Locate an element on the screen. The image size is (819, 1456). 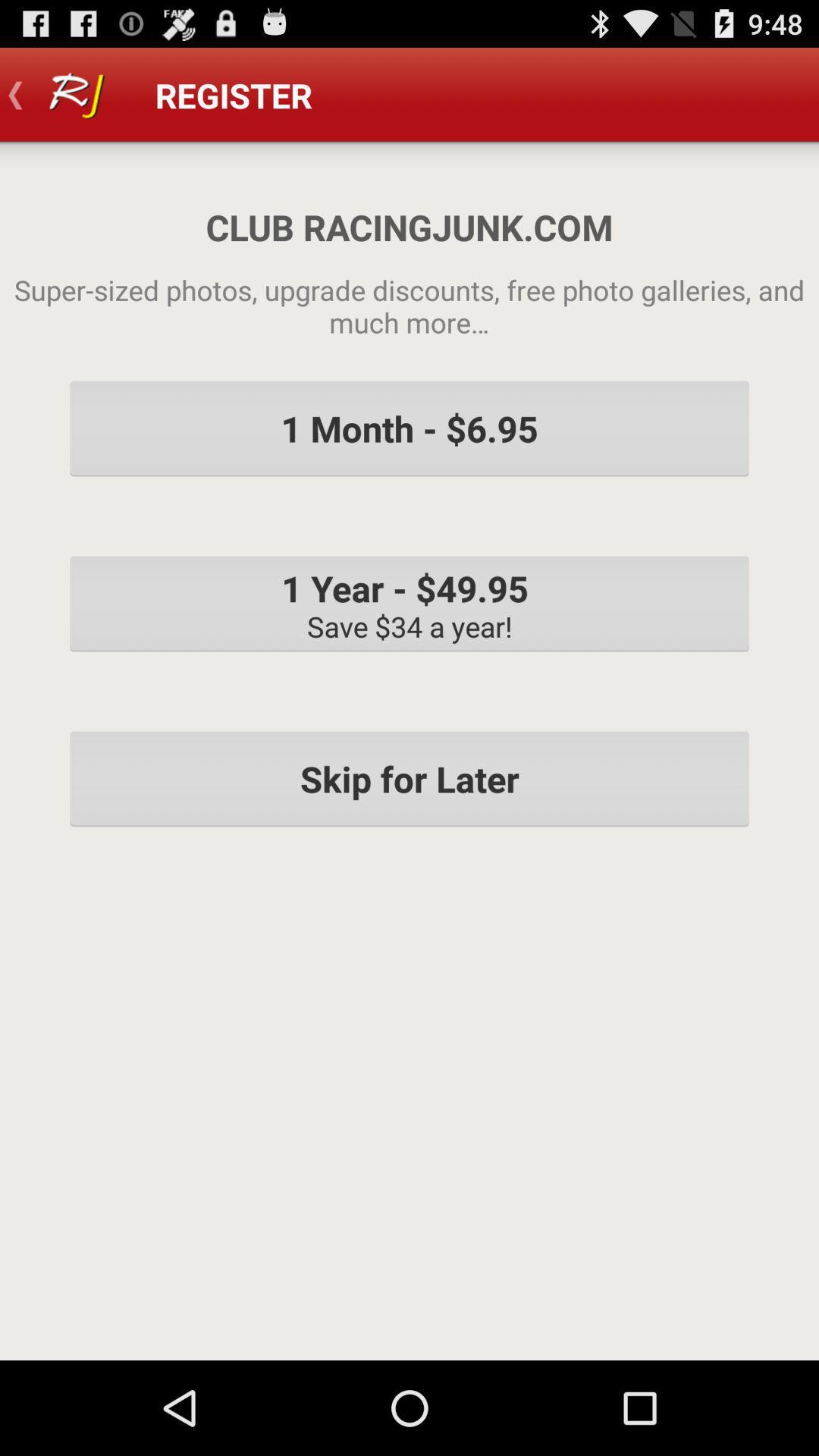
1 month 6 item is located at coordinates (409, 428).